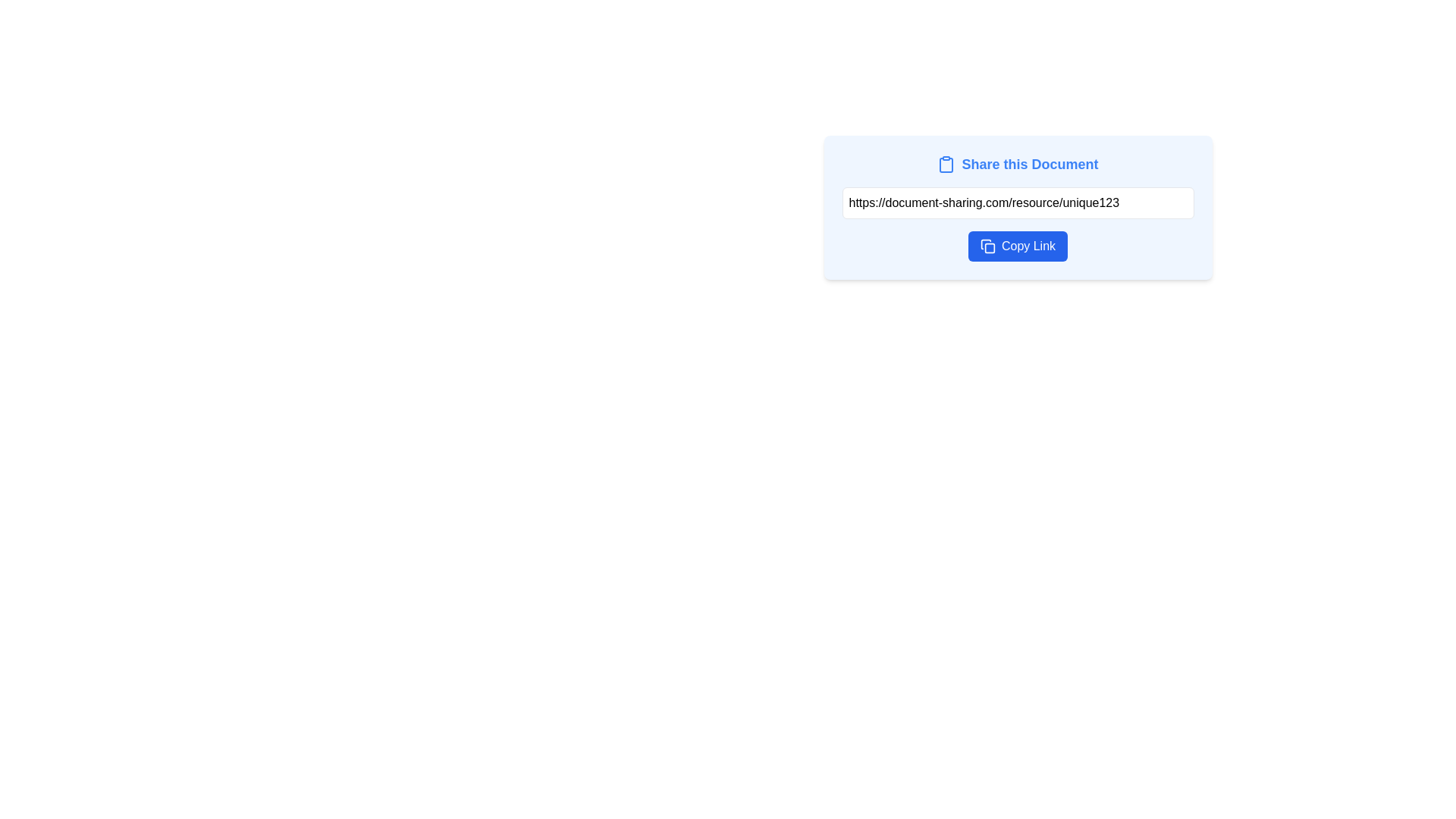 The width and height of the screenshot is (1456, 819). Describe the element at coordinates (990, 247) in the screenshot. I see `the rounded rectangle element within the SVG graphic icon located near the bottom left corner of the control card next to the 'Copy Link' blue button` at that location.